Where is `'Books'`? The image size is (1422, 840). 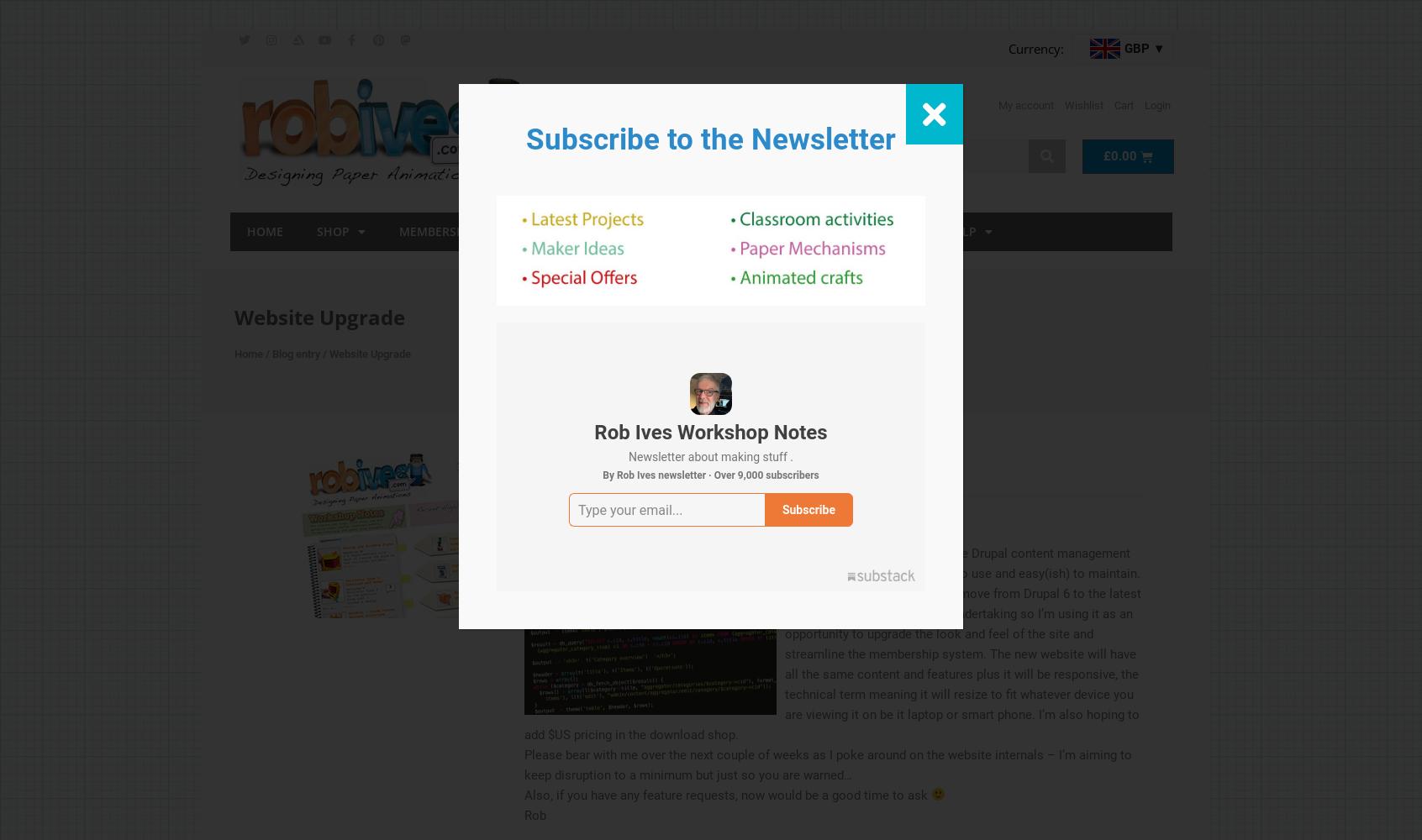
'Books' is located at coordinates (593, 230).